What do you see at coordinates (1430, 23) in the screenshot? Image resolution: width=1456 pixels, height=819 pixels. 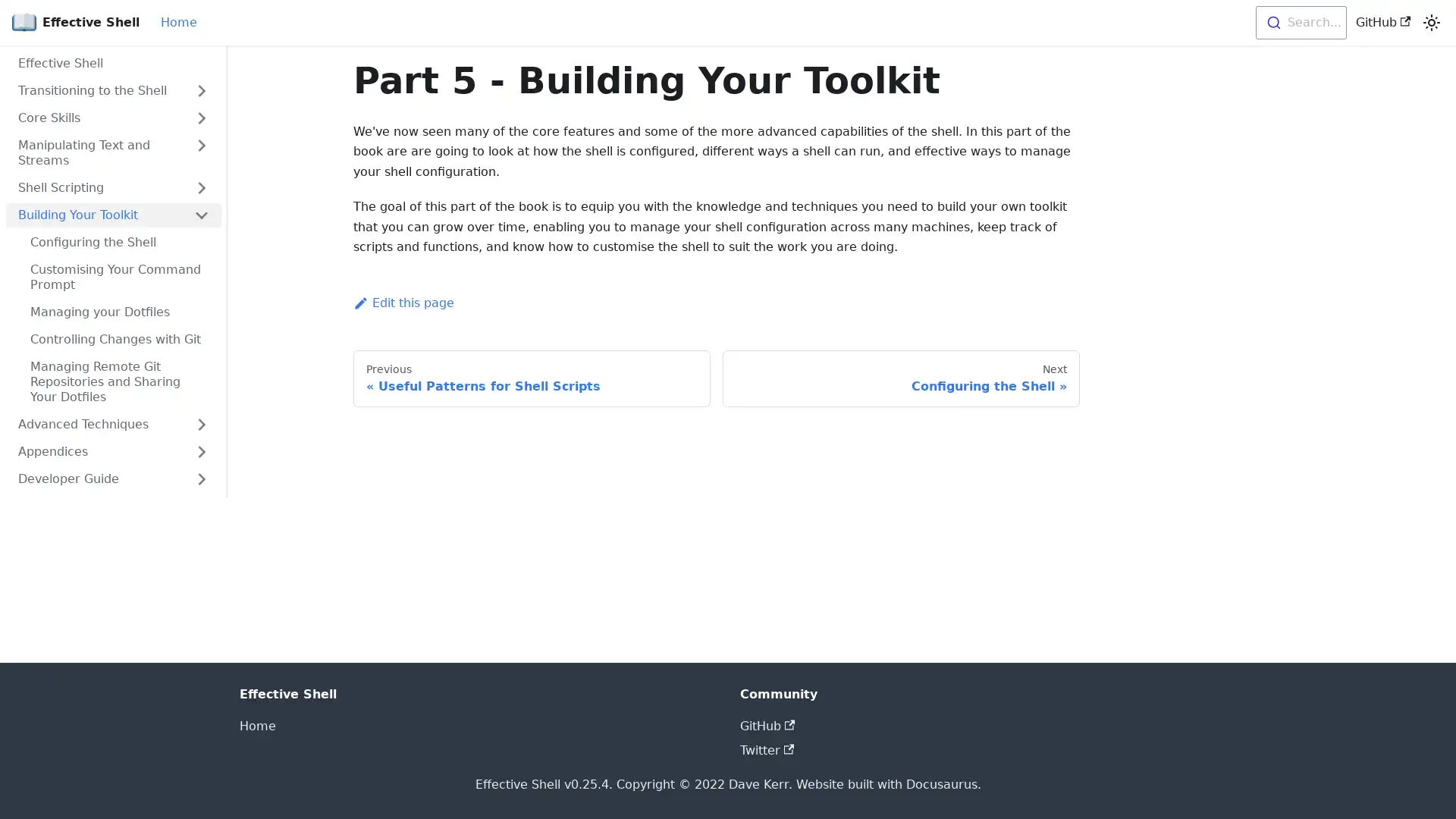 I see `Switch between dark and light mode (currently light mode)` at bounding box center [1430, 23].